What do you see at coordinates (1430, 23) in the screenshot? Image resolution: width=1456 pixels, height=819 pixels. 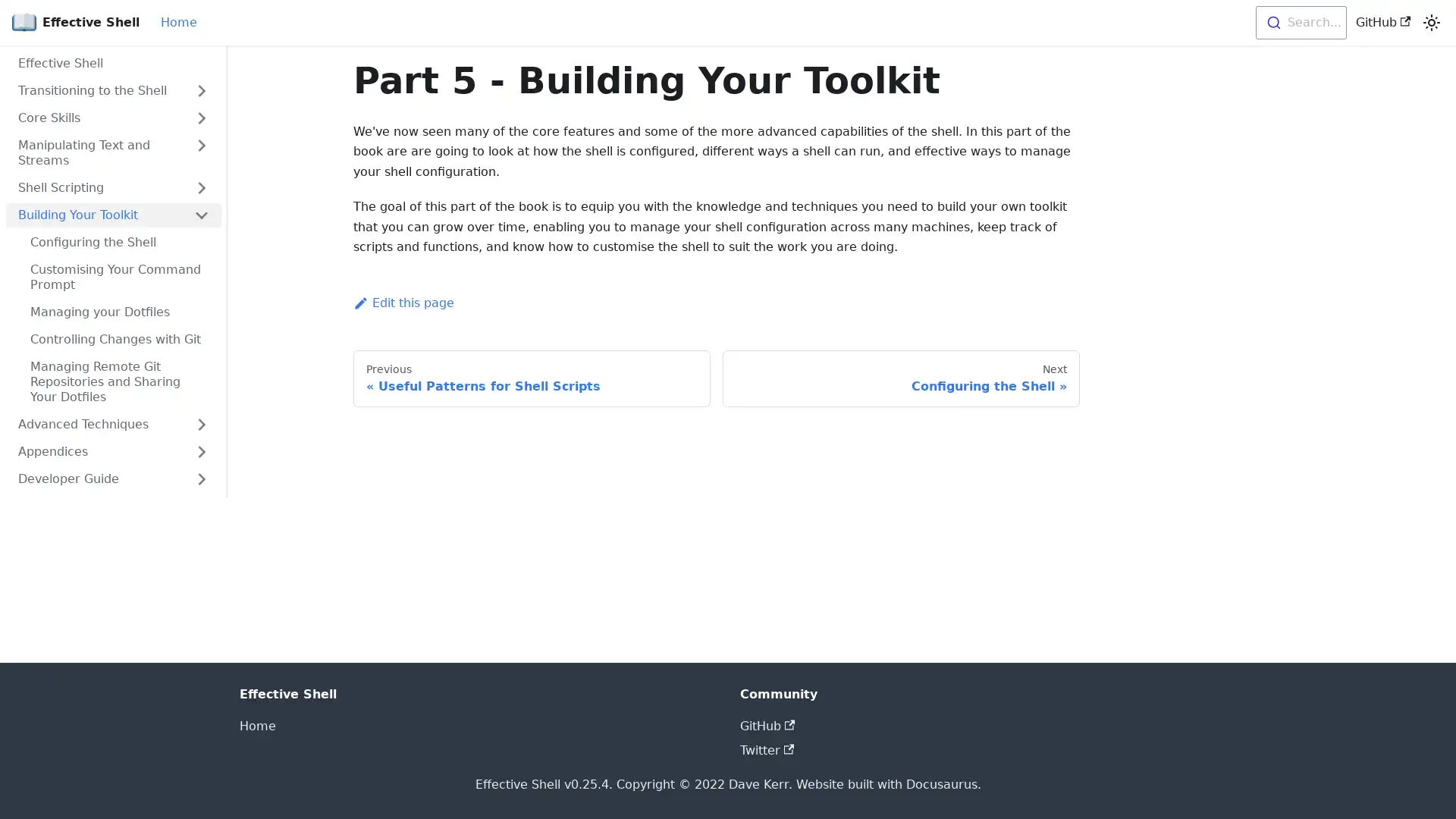 I see `Switch between dark and light mode (currently light mode)` at bounding box center [1430, 23].